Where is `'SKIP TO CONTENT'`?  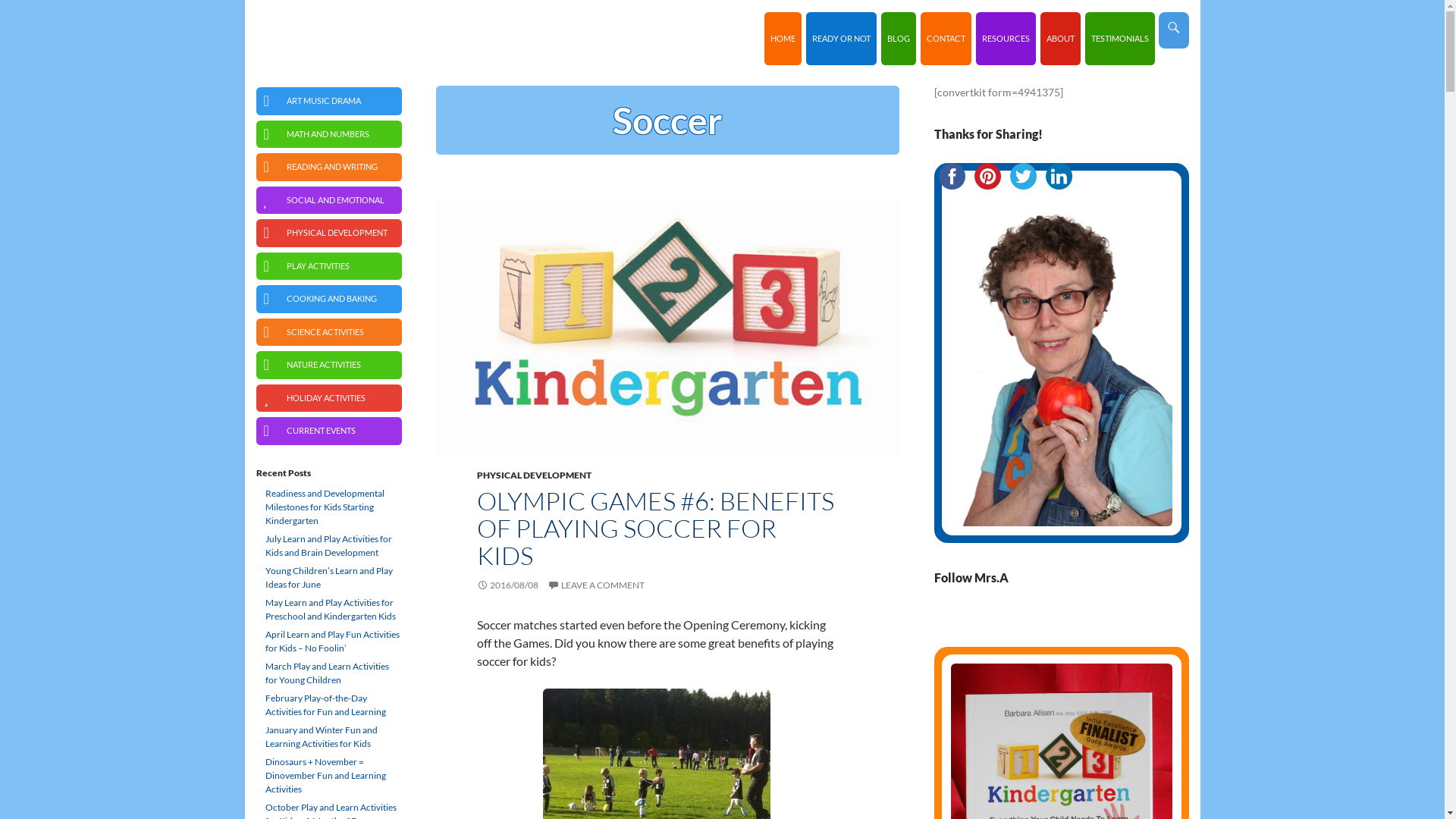 'SKIP TO CONTENT' is located at coordinates (770, 12).